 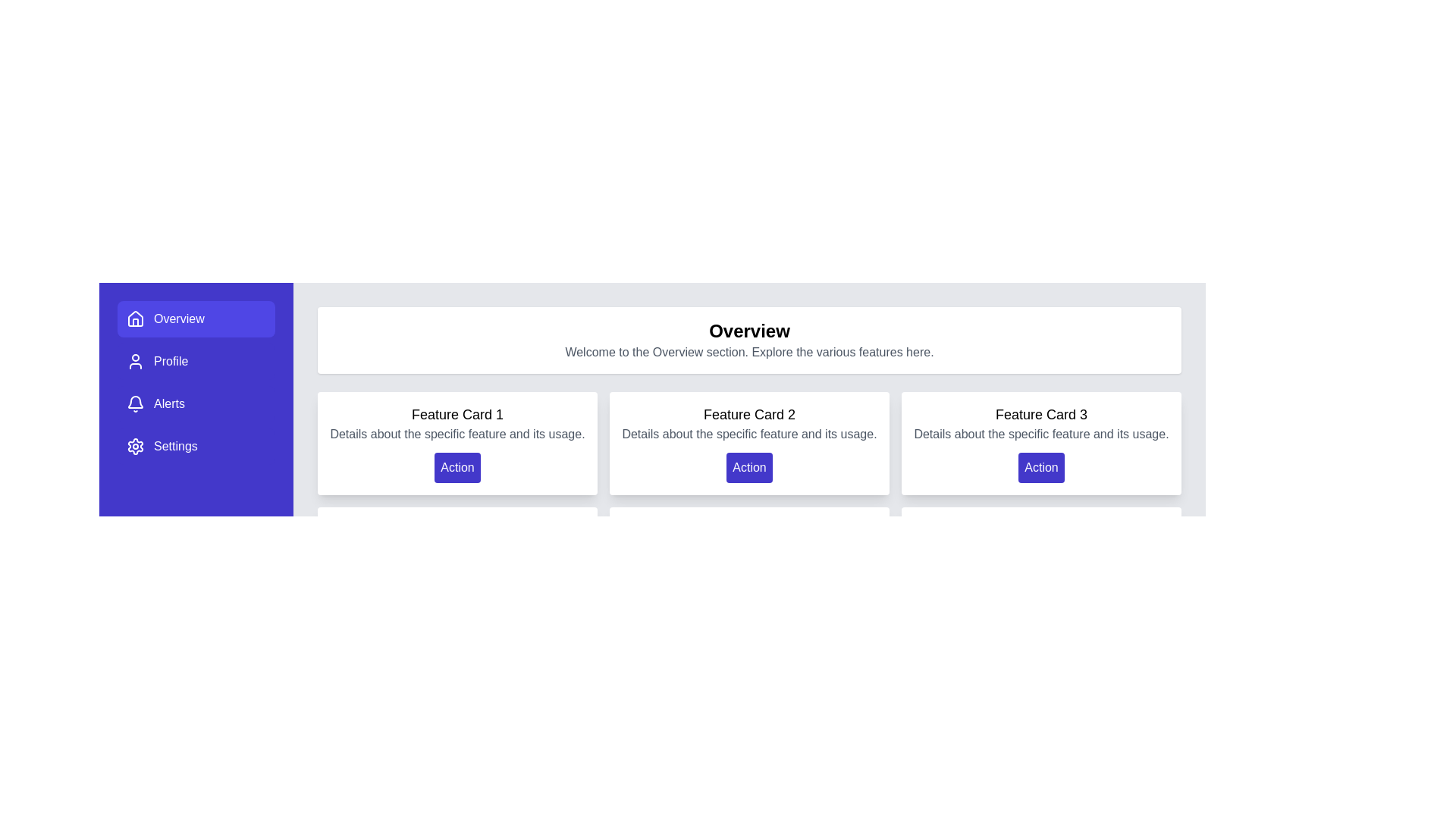 I want to click on the 'Profile' text label, which is styled in white on a purple background, located in the sidebar menu between 'Overview' and 'Alerts', so click(x=171, y=362).